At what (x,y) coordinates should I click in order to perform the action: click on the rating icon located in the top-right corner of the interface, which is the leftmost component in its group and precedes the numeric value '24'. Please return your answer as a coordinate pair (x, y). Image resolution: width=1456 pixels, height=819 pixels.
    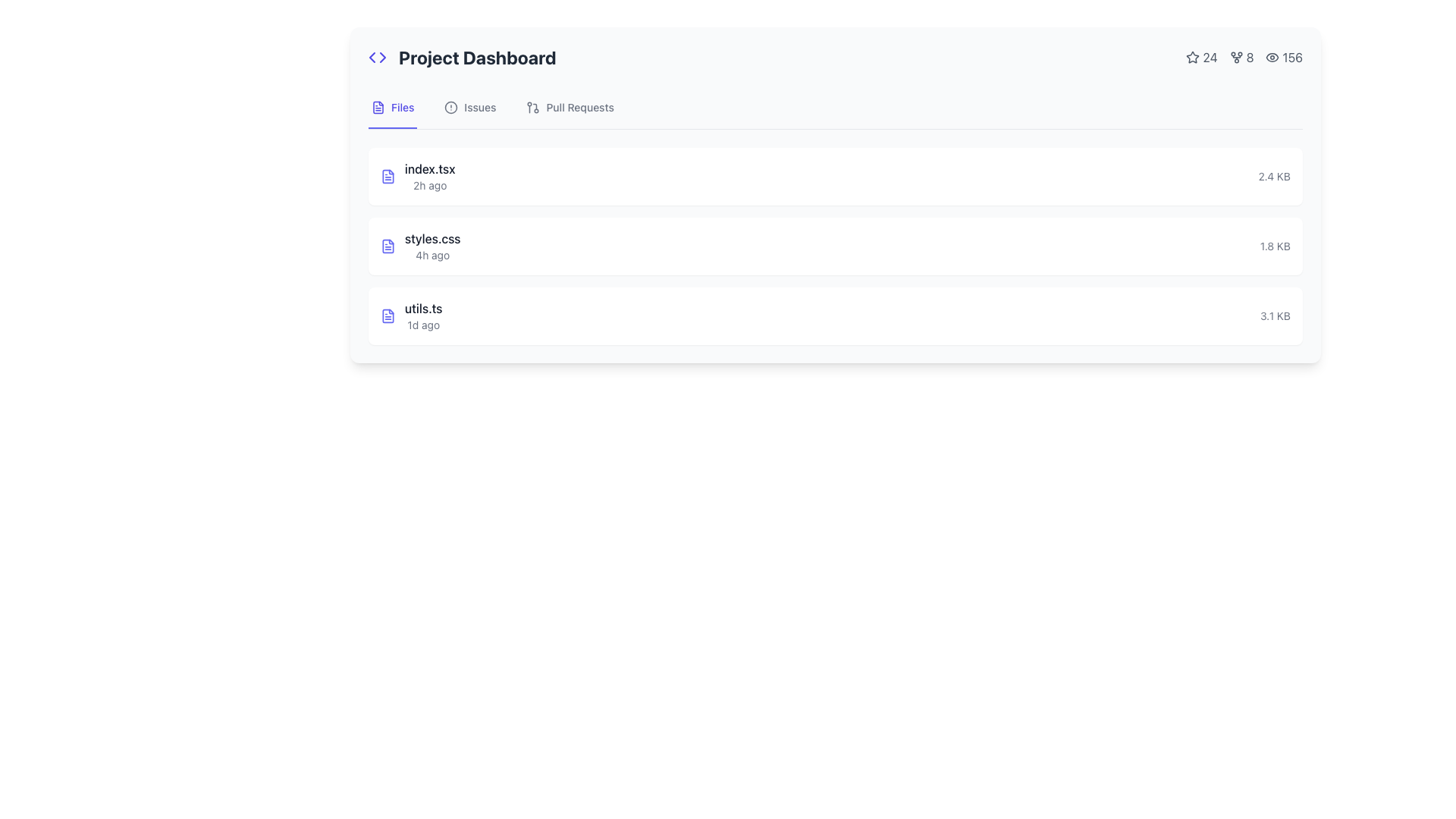
    Looking at the image, I should click on (1192, 57).